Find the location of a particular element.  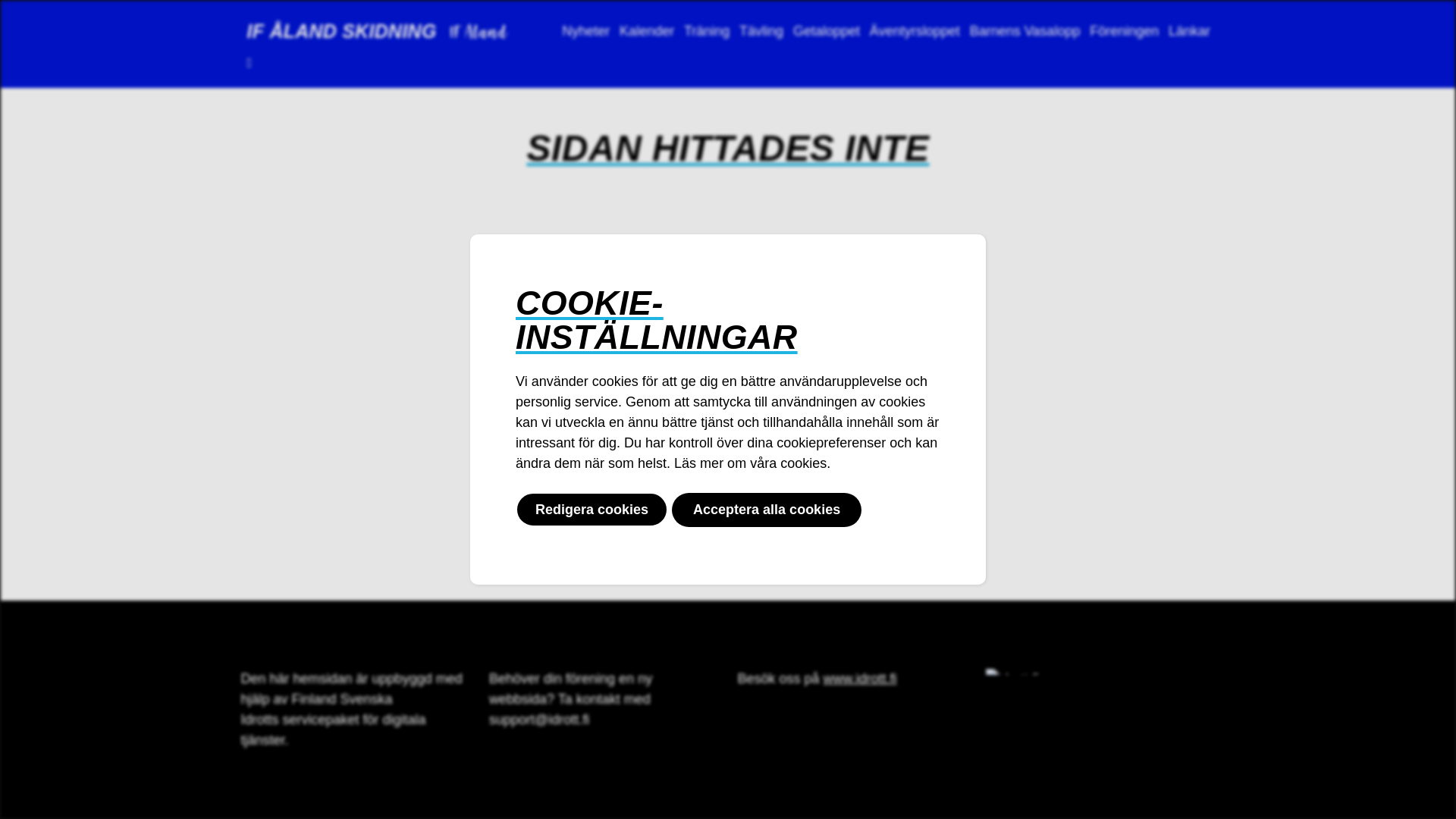

'Getaloppet' is located at coordinates (826, 31).